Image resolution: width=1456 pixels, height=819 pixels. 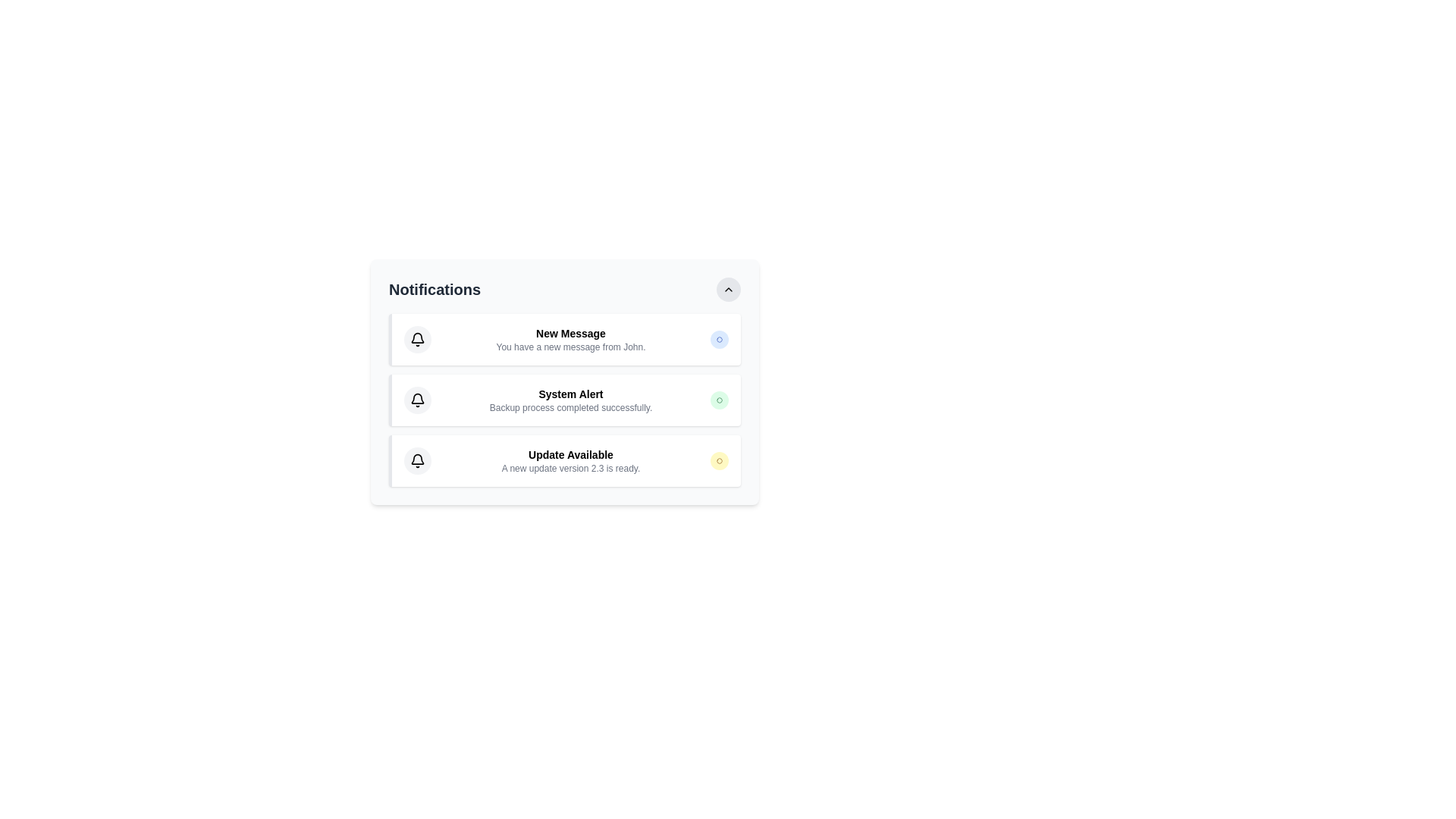 What do you see at coordinates (563, 381) in the screenshot?
I see `text of the Notification card indicating successful completion of a backup process, located in the middle of the vertical list of notifications under the 'Notifications' header` at bounding box center [563, 381].